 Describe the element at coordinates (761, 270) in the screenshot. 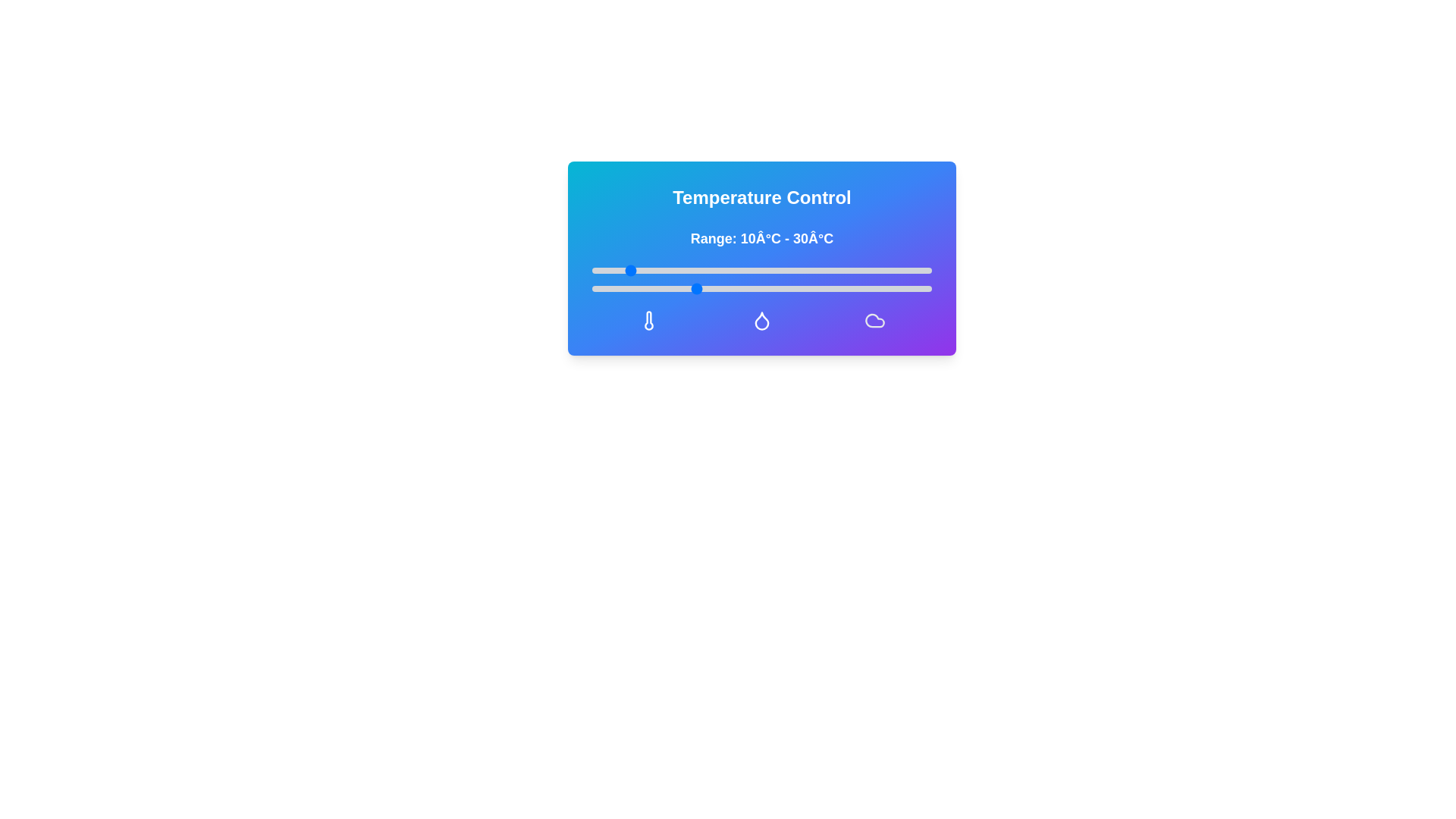

I see `the temperature` at that location.